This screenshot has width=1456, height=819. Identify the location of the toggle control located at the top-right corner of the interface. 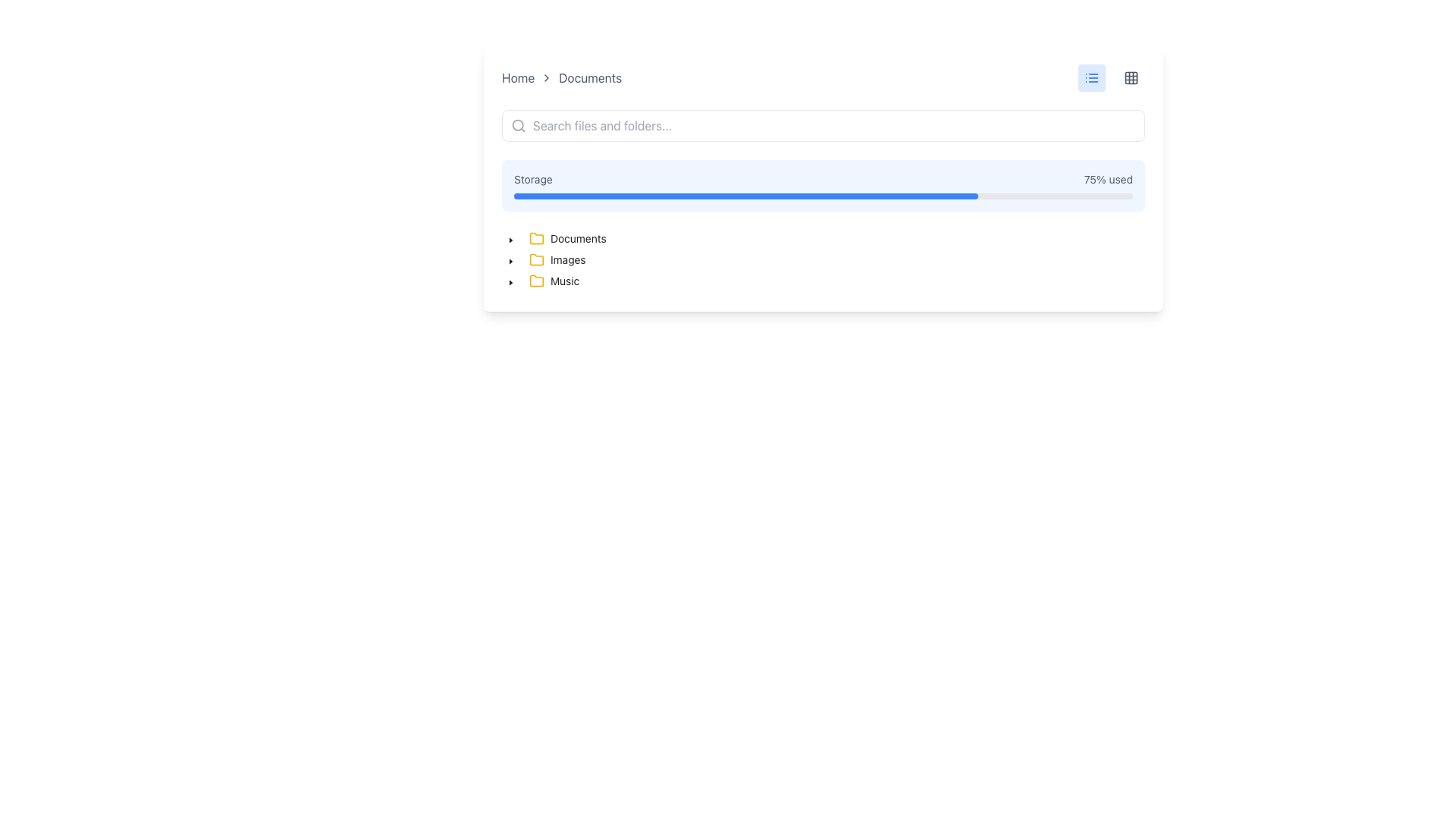
(1111, 78).